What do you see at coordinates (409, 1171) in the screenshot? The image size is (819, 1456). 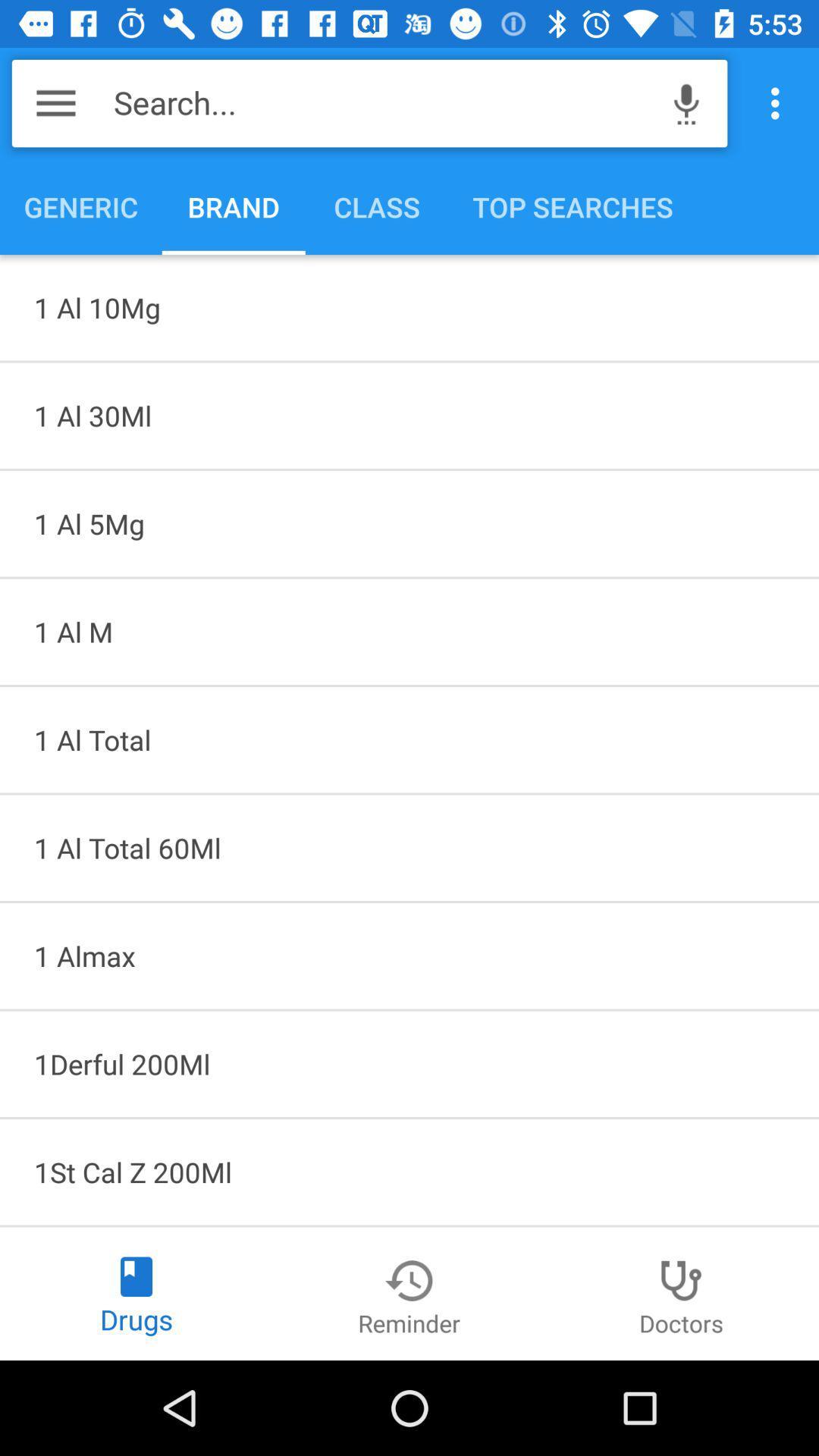 I see `the 1st cal z icon` at bounding box center [409, 1171].